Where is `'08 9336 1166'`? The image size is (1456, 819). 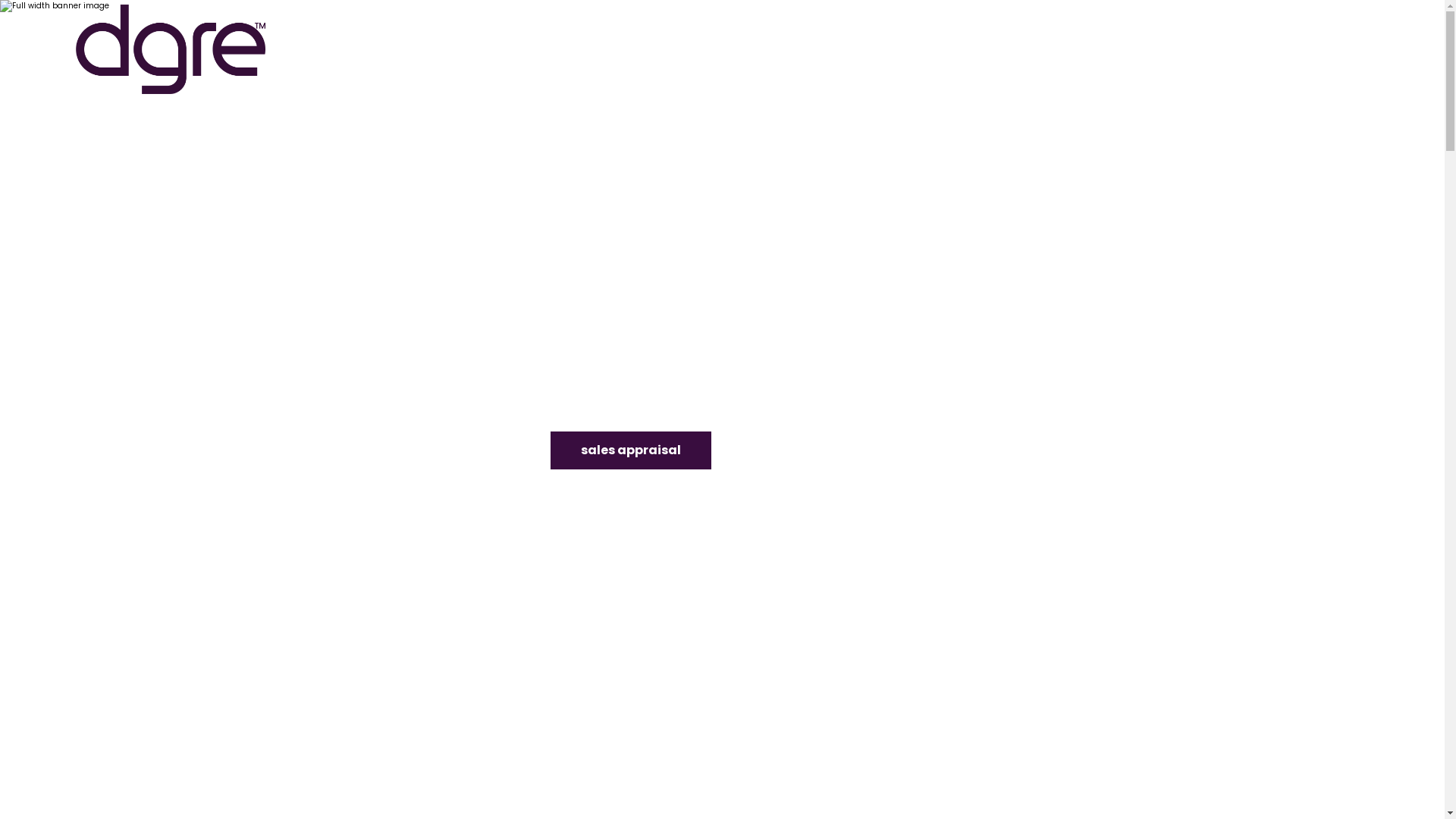
'08 9336 1166' is located at coordinates (1274, 49).